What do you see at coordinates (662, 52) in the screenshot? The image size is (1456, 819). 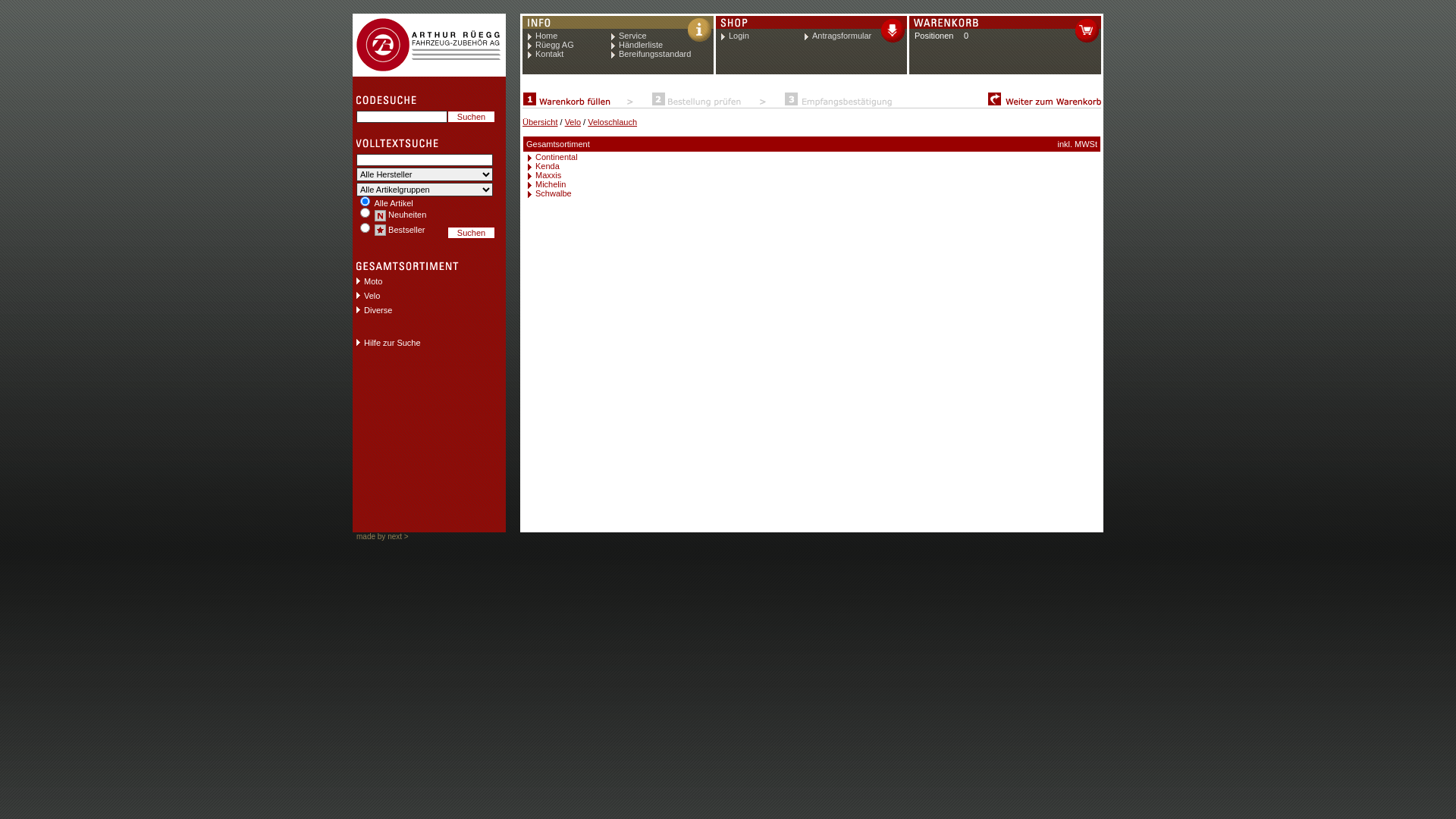 I see `'Bereifungsstandard'` at bounding box center [662, 52].